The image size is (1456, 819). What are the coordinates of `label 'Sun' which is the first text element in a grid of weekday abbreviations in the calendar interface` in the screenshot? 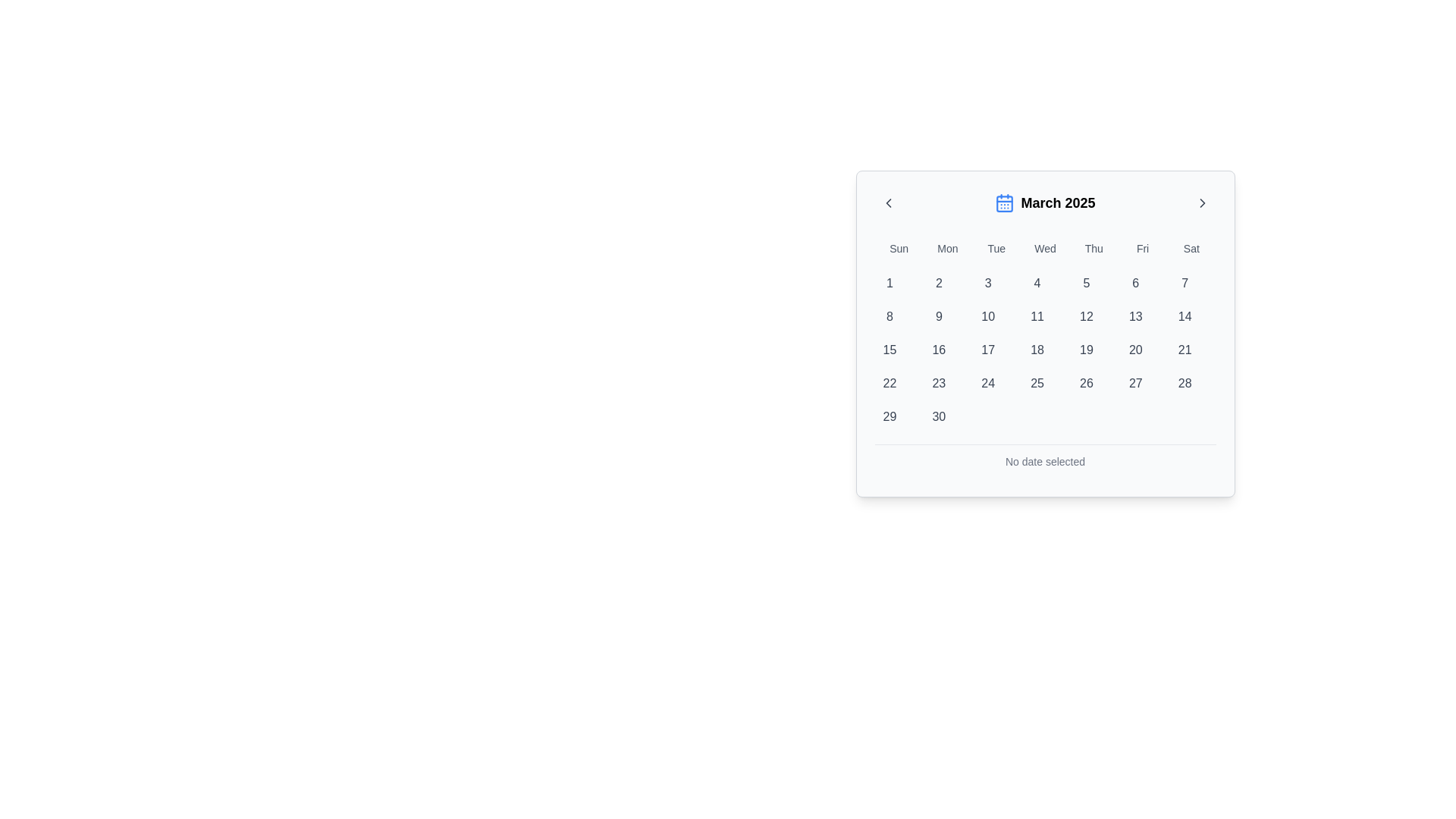 It's located at (899, 247).